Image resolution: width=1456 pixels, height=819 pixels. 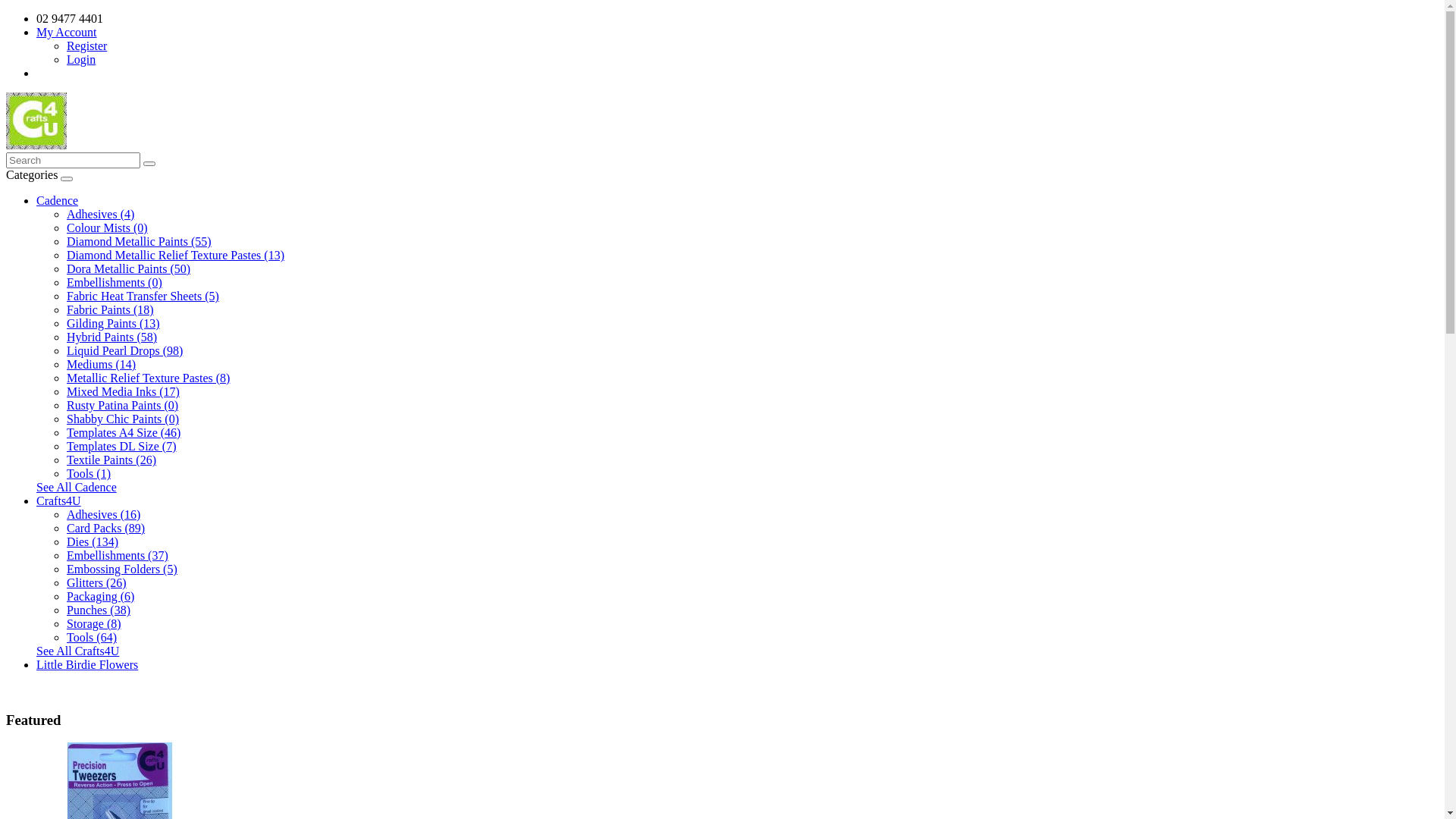 I want to click on 'Liquid Pearl Drops (98)', so click(x=124, y=350).